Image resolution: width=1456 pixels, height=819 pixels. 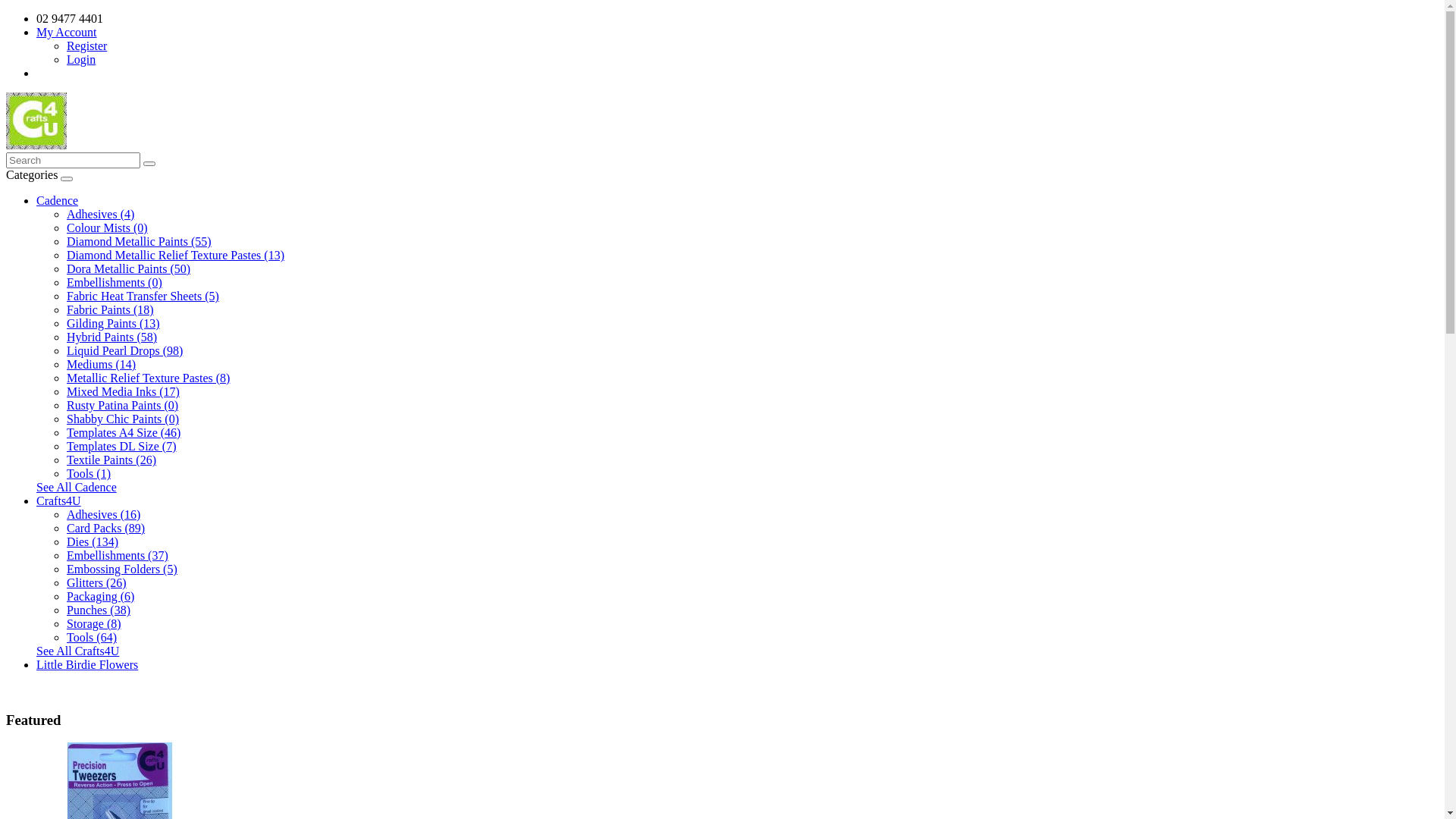 I want to click on 'Liquid Pearl Drops (98)', so click(x=124, y=350).